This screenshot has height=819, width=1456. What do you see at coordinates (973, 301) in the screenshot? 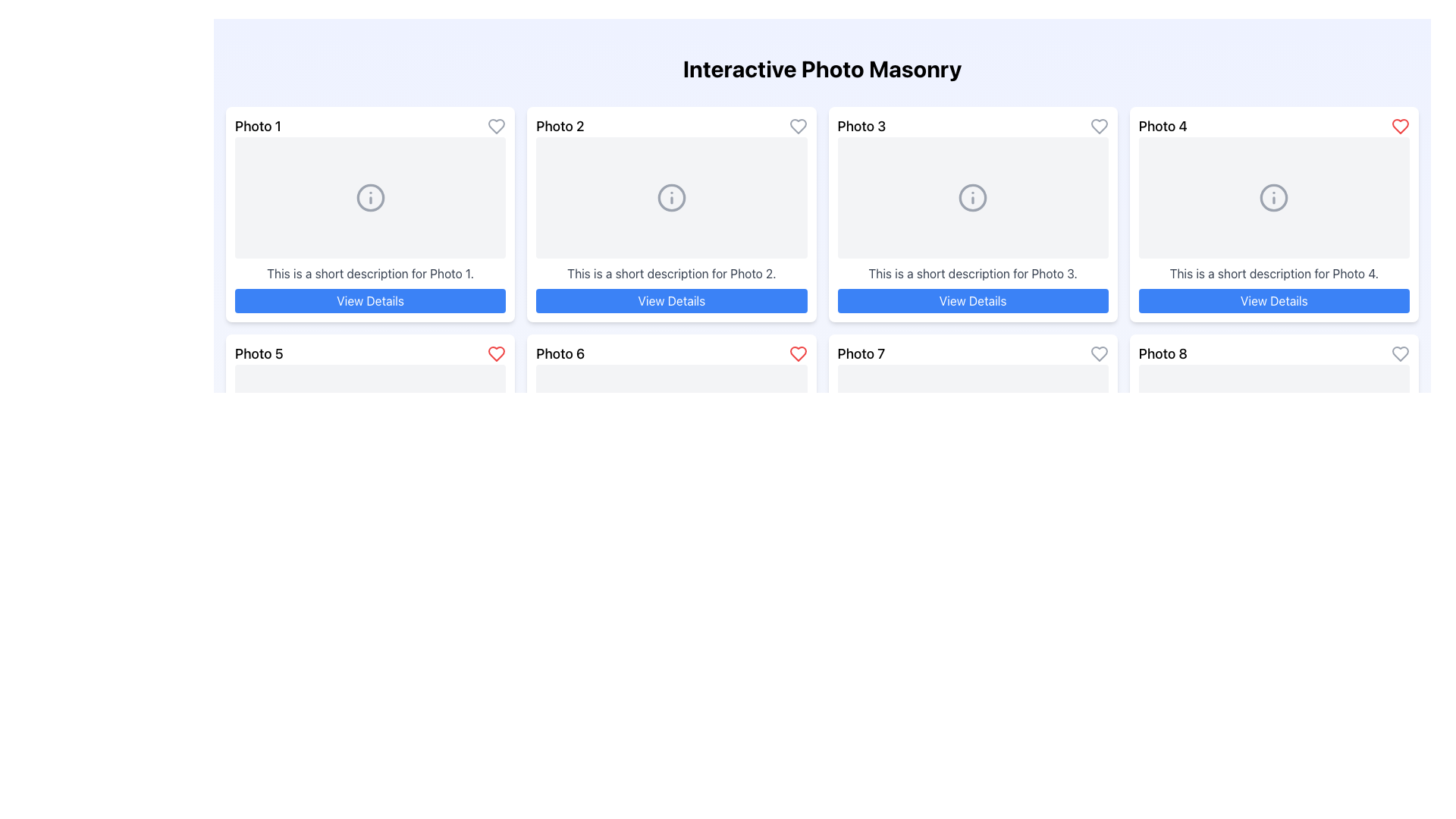
I see `the button located in the 'Photo 3' card in the top row, third column from the left` at bounding box center [973, 301].